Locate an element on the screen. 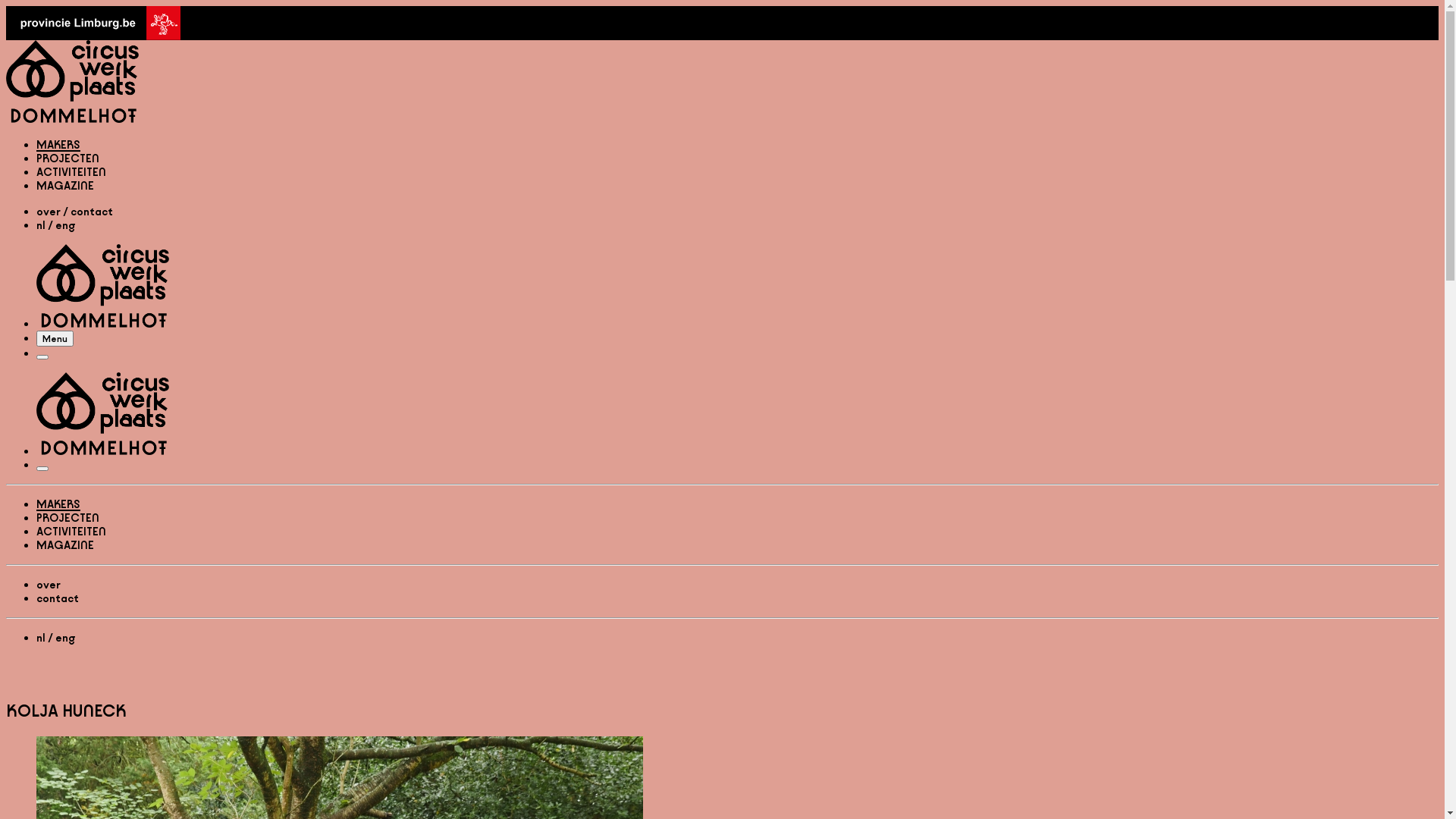  'PROJECTEN' is located at coordinates (67, 158).